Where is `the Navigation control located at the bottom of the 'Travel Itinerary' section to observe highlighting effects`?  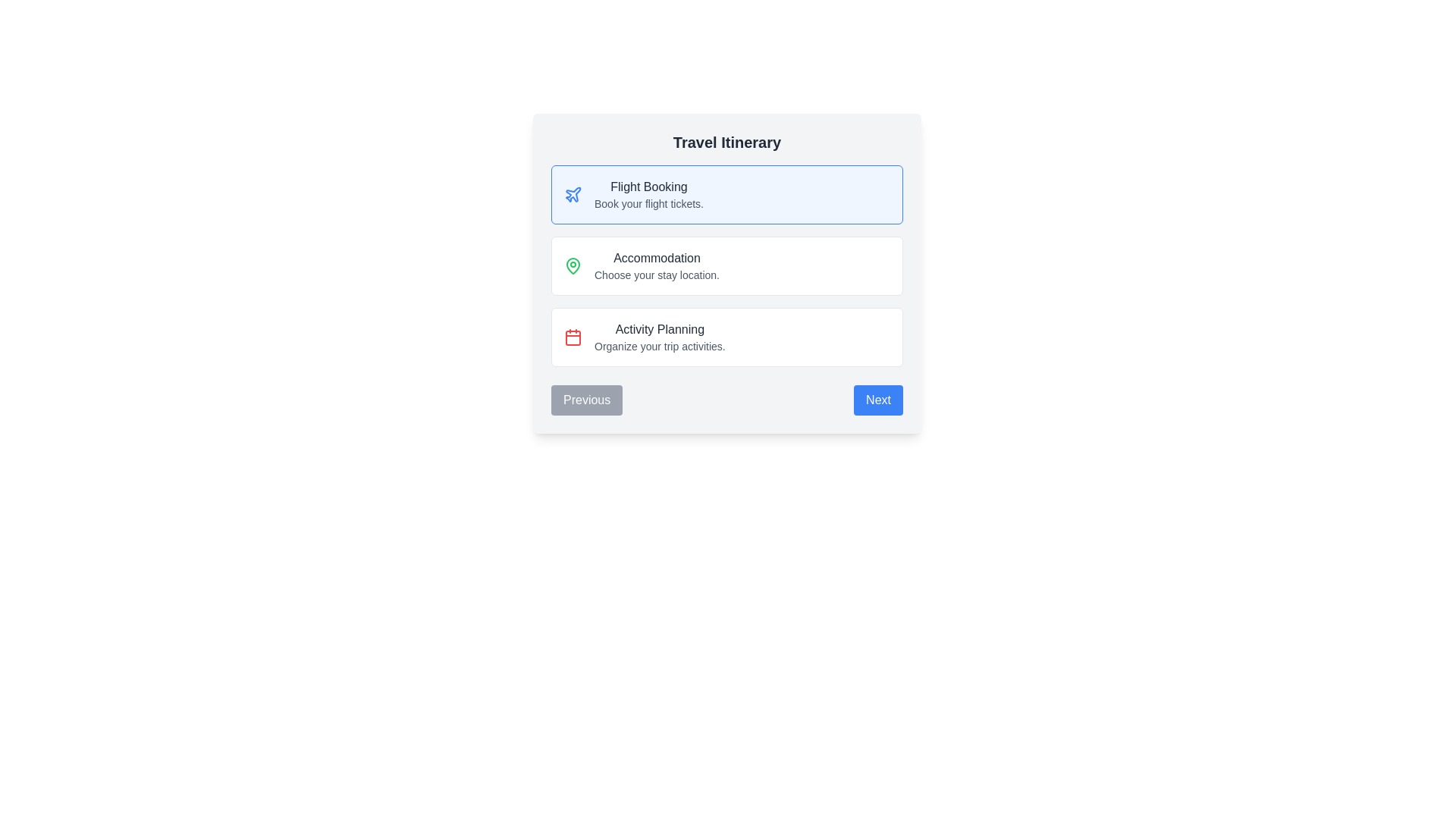
the Navigation control located at the bottom of the 'Travel Itinerary' section to observe highlighting effects is located at coordinates (726, 400).